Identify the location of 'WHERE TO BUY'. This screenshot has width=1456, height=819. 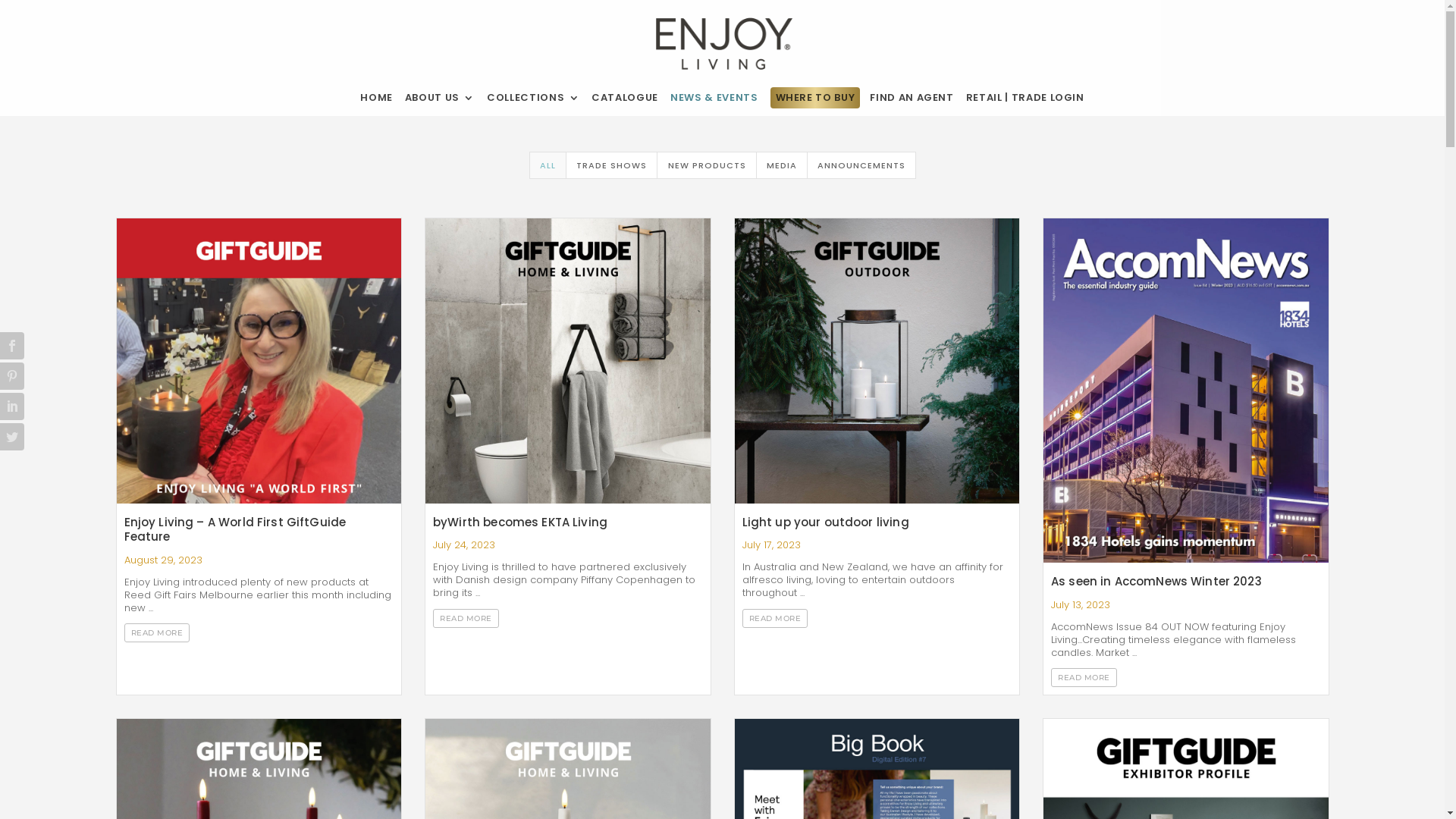
(814, 97).